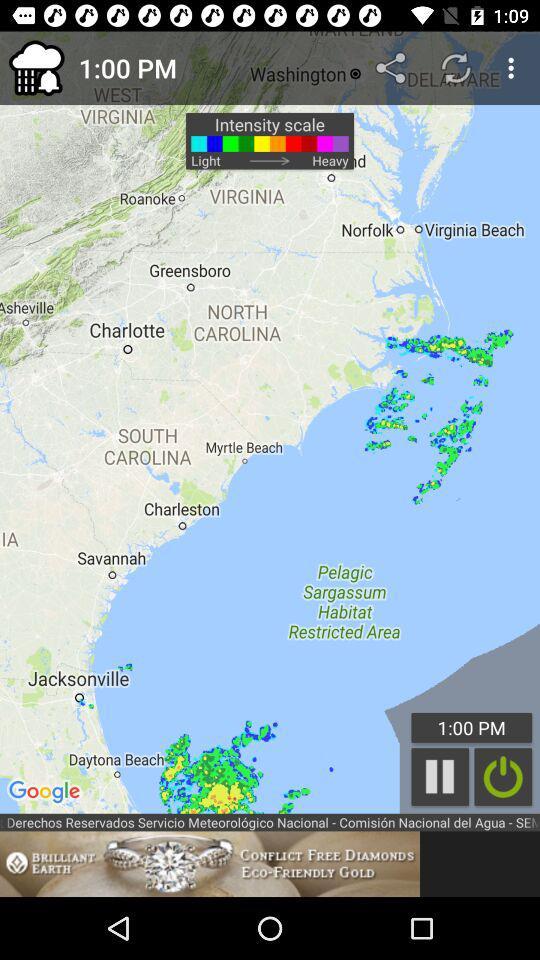 The width and height of the screenshot is (540, 960). What do you see at coordinates (270, 422) in the screenshot?
I see `the item above national weather service item` at bounding box center [270, 422].